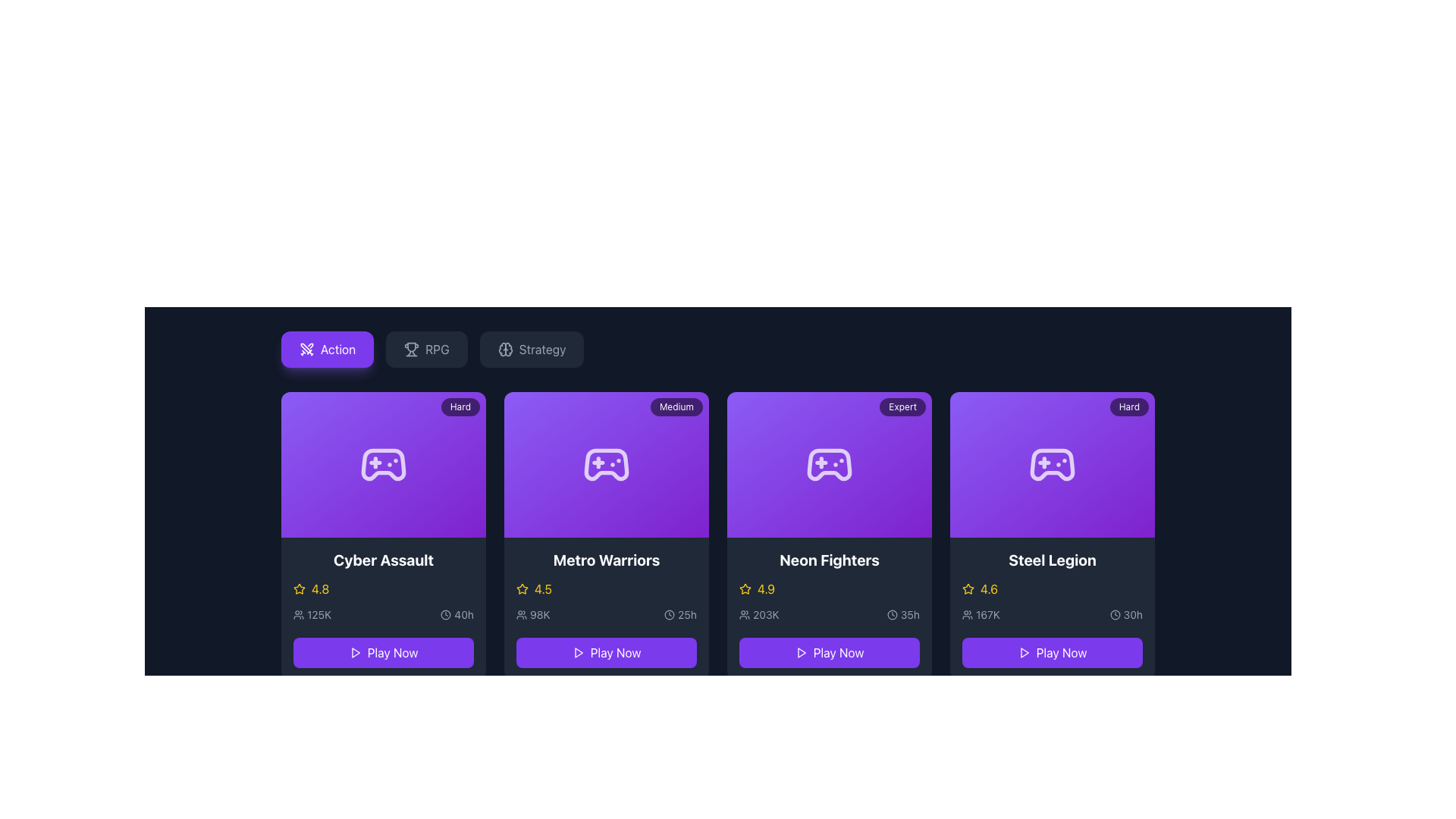 This screenshot has height=819, width=1456. What do you see at coordinates (318, 614) in the screenshot?
I see `displayed value '125K' from the text label styled in white on a dark gray background, located in the bottom-left corner of the 'Cyber Assault' card, adjacent to a group icon` at bounding box center [318, 614].